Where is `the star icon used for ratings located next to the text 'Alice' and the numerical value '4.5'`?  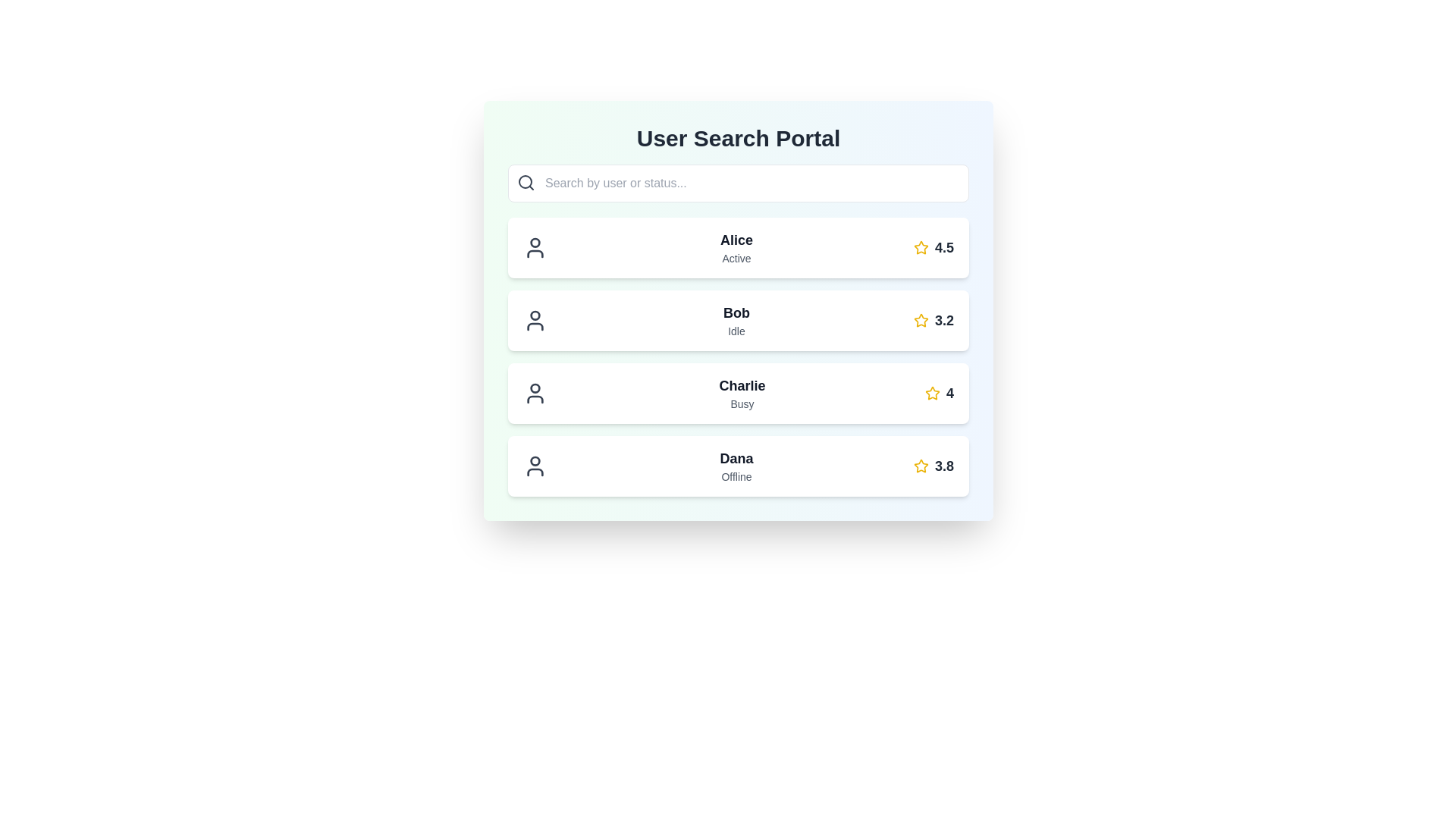
the star icon used for ratings located next to the text 'Alice' and the numerical value '4.5' is located at coordinates (920, 247).